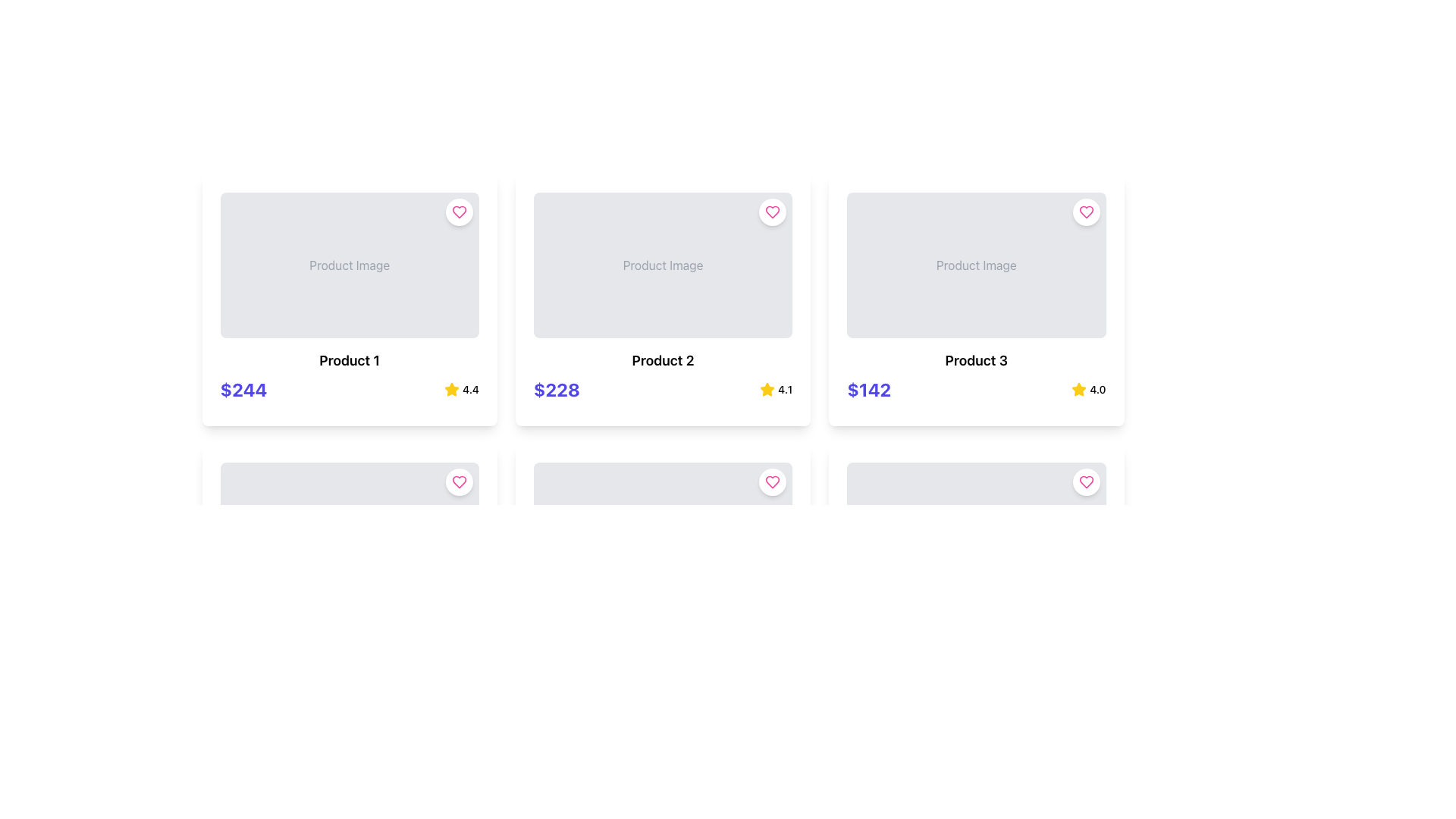 Image resolution: width=1456 pixels, height=819 pixels. I want to click on the star icon located in the third product card from the left in the first row, so click(1078, 388).